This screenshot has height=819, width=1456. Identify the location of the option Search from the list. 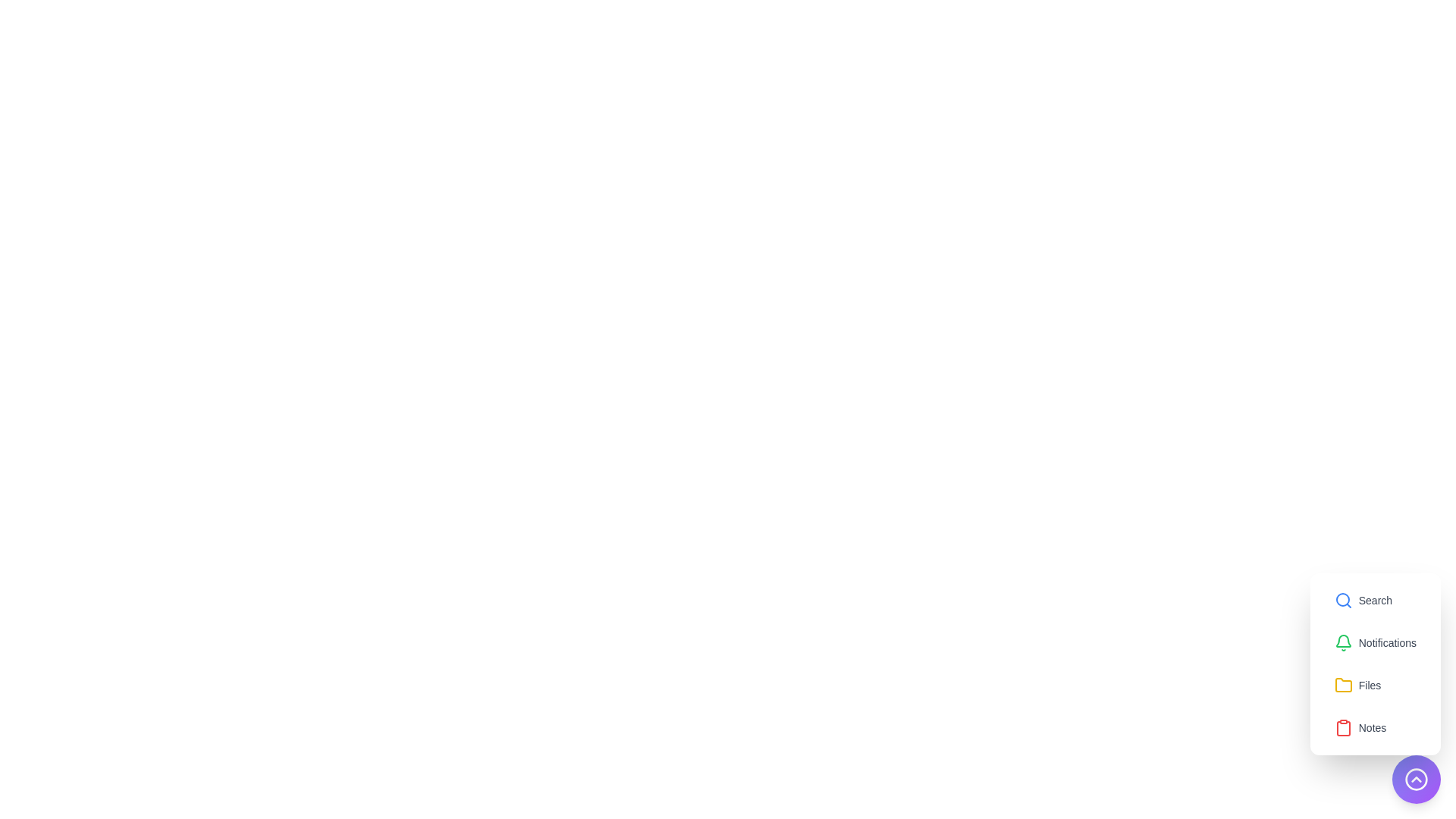
(1363, 599).